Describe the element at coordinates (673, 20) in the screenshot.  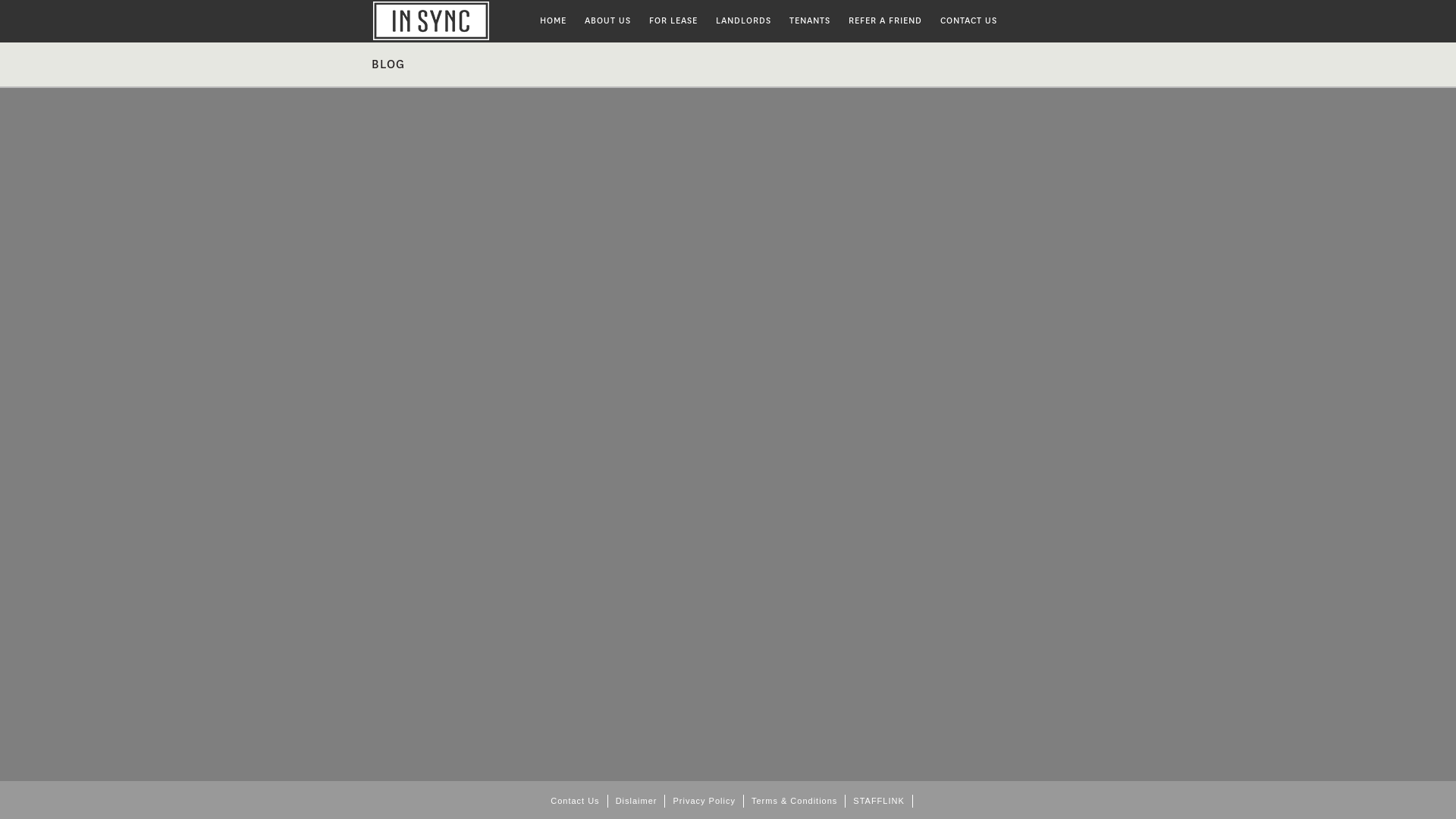
I see `'FOR LEASE'` at that location.